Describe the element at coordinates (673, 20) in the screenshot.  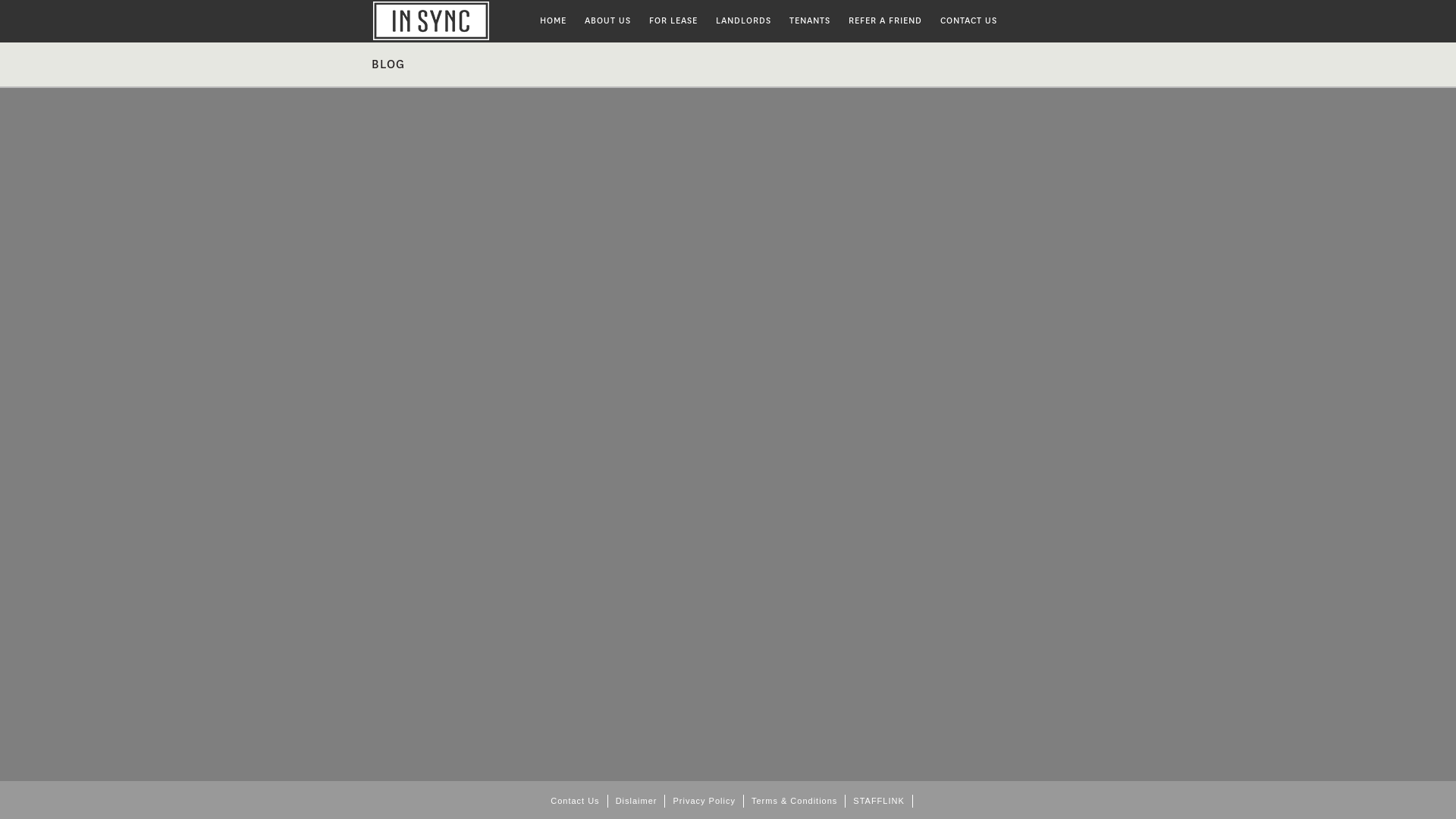
I see `'FOR LEASE'` at that location.